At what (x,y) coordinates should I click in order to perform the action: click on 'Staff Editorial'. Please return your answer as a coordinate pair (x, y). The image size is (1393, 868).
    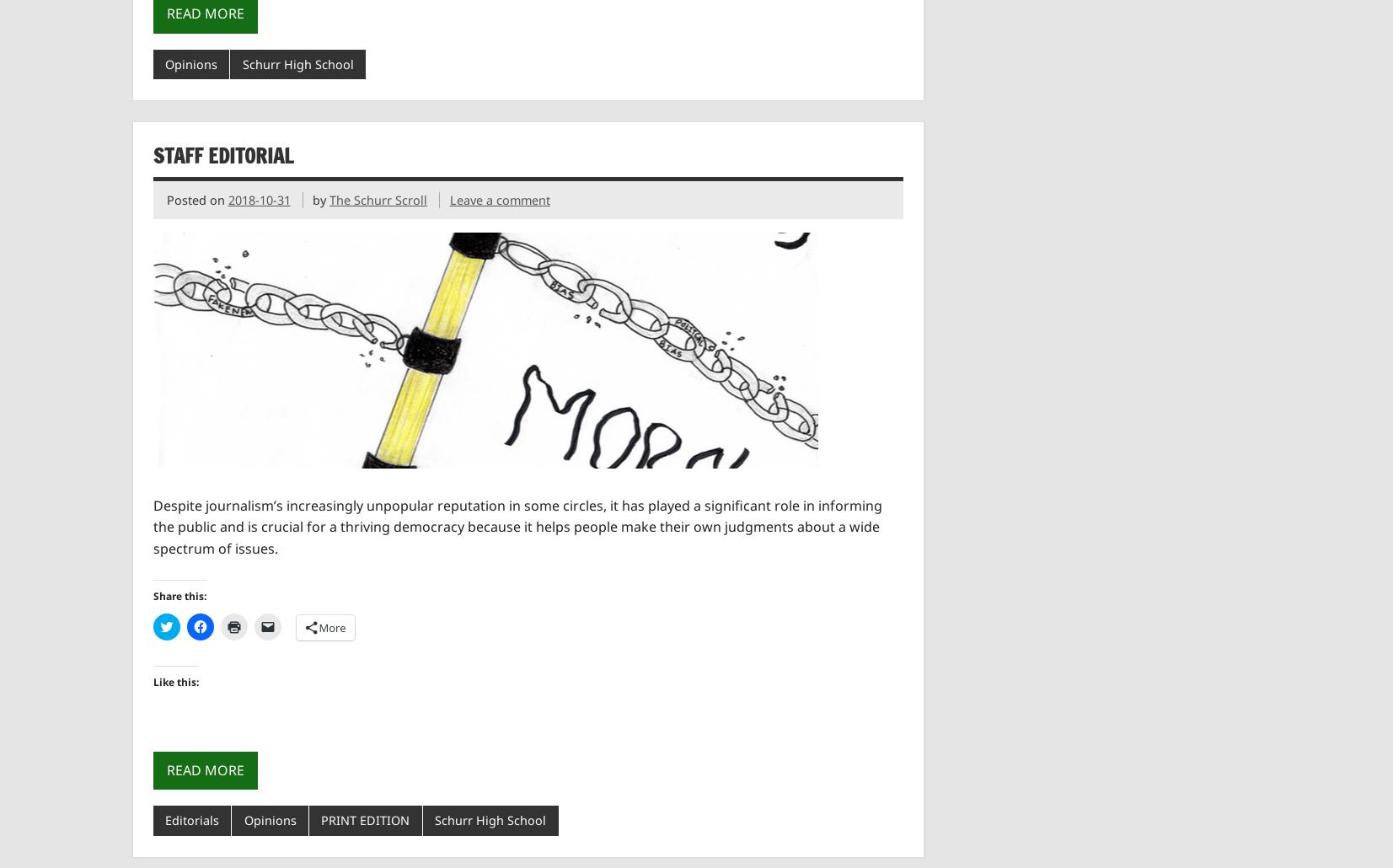
    Looking at the image, I should click on (221, 155).